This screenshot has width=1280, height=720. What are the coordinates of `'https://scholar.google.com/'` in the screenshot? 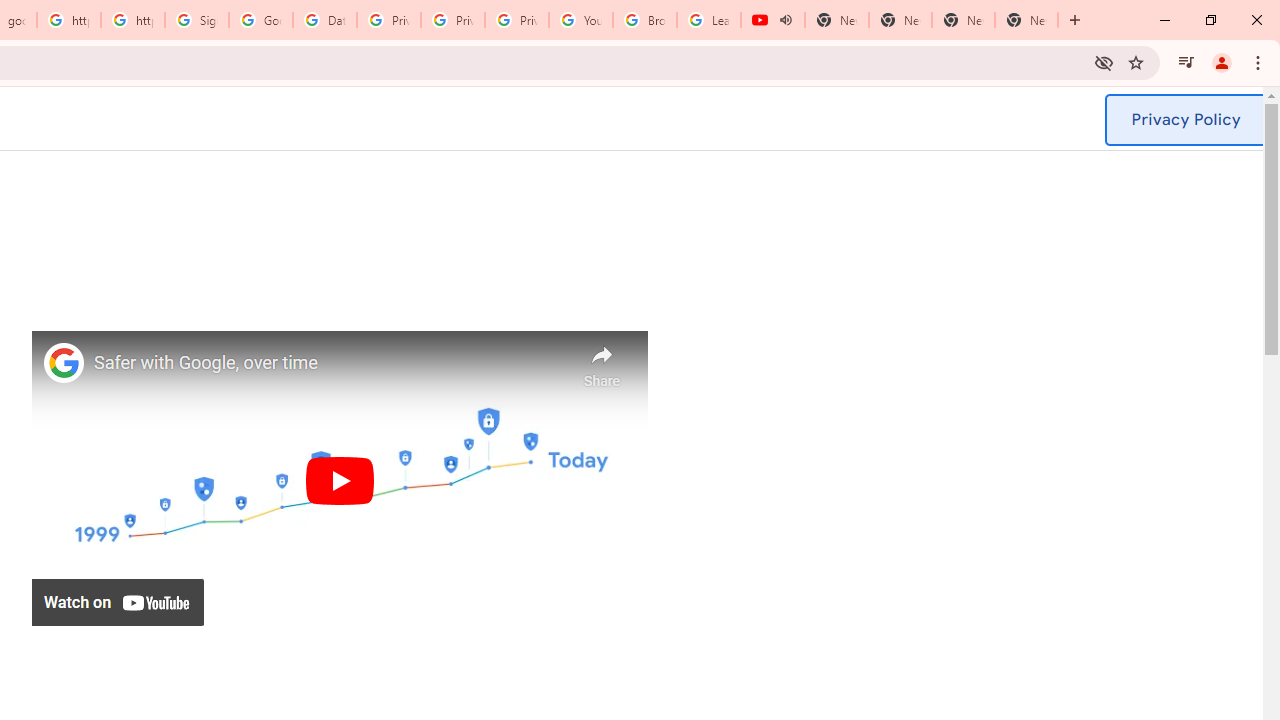 It's located at (132, 20).